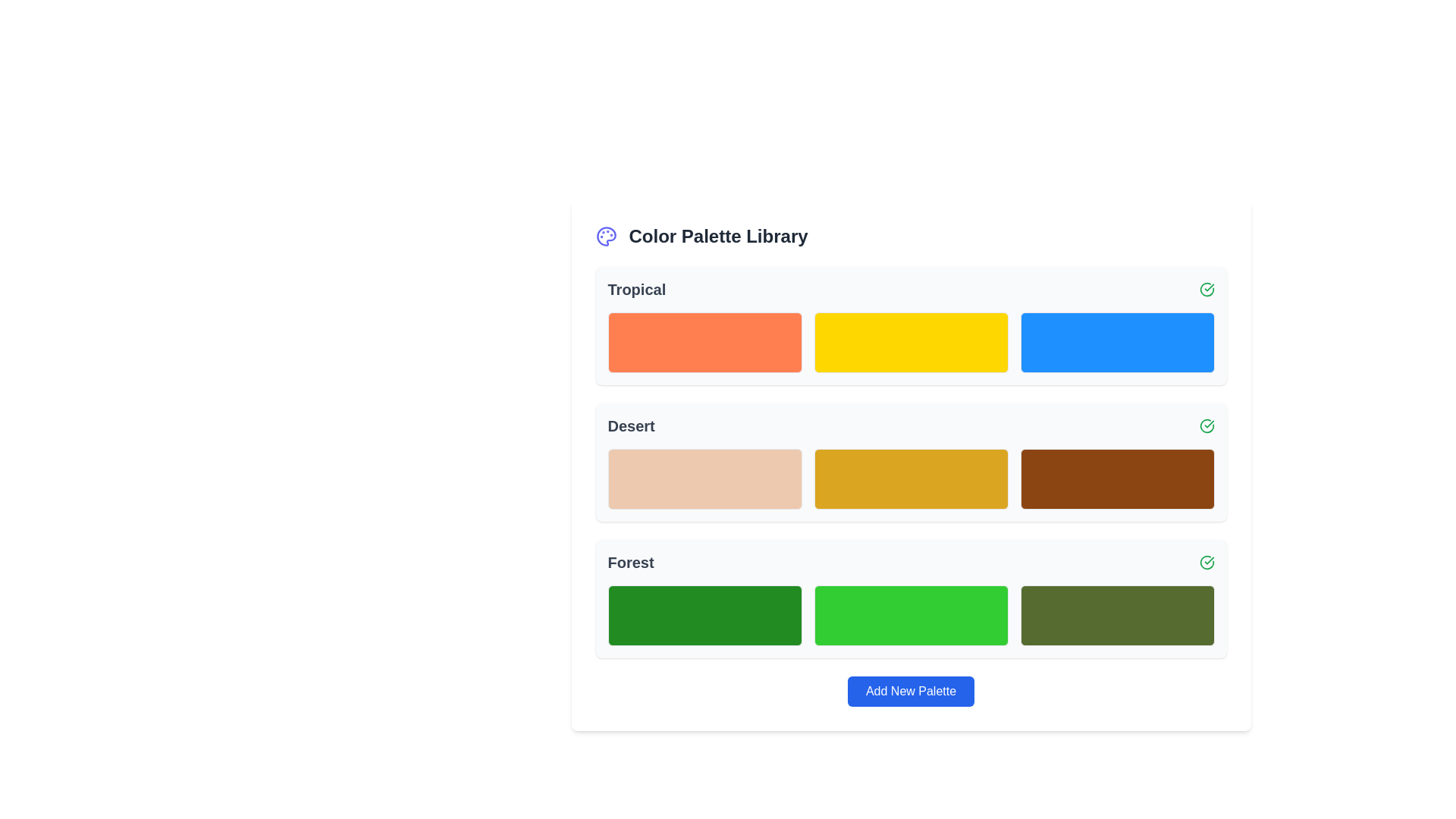 The height and width of the screenshot is (819, 1456). Describe the element at coordinates (1206, 289) in the screenshot. I see `the SVG-based status indicator marking the 'Tropical' section as verified` at that location.